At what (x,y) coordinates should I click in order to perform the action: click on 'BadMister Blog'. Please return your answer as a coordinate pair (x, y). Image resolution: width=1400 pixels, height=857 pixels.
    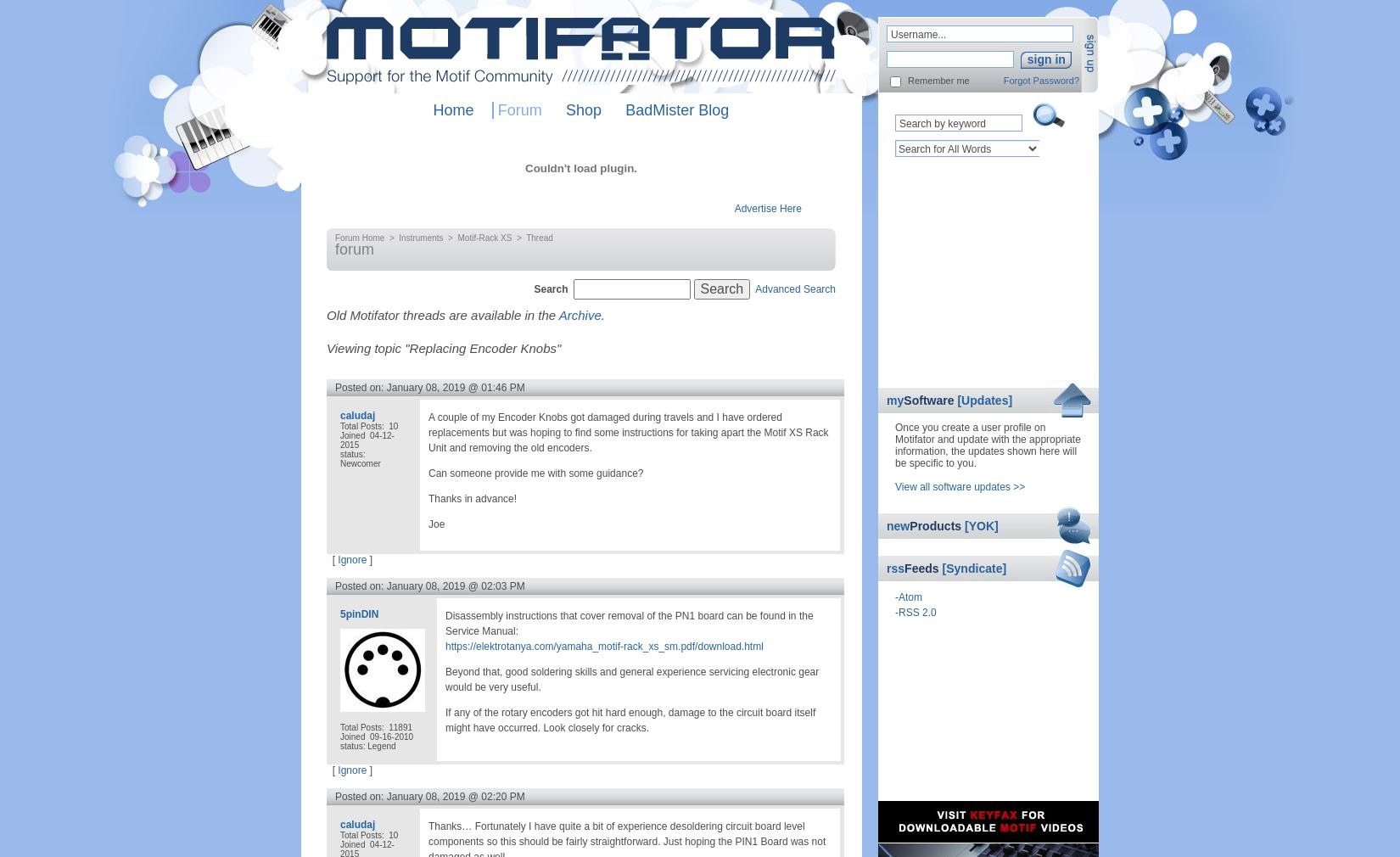
    Looking at the image, I should click on (624, 109).